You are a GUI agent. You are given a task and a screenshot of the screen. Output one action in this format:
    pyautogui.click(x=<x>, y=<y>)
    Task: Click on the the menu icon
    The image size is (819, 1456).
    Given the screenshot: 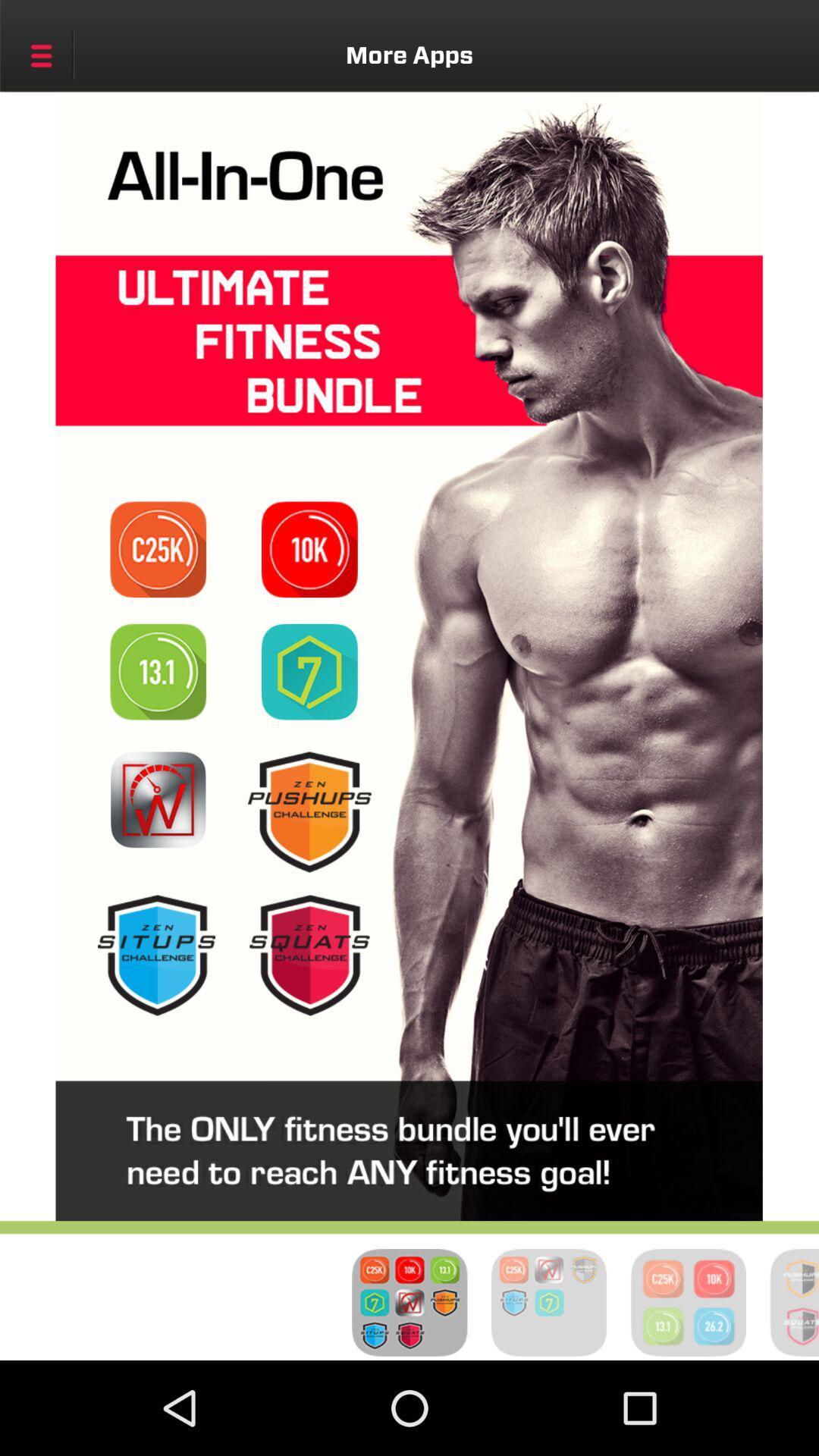 What is the action you would take?
    pyautogui.click(x=40, y=55)
    